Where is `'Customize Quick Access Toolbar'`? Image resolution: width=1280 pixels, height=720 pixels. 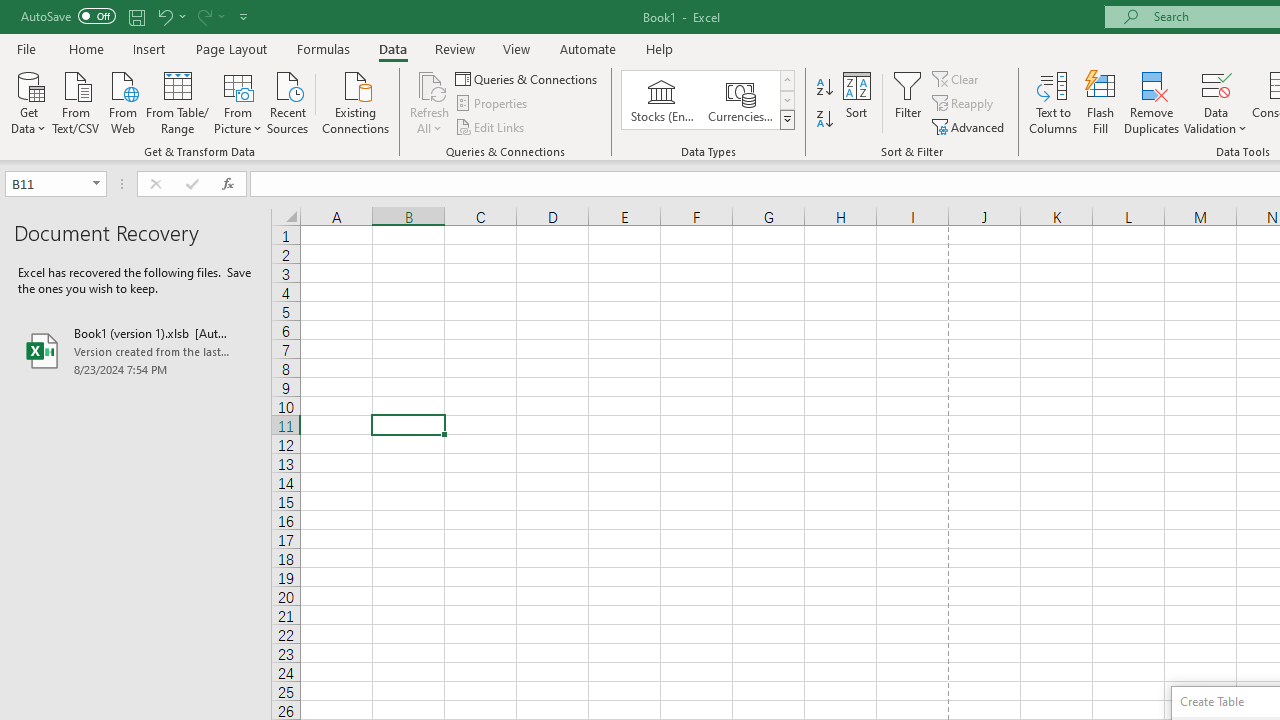
'Customize Quick Access Toolbar' is located at coordinates (243, 16).